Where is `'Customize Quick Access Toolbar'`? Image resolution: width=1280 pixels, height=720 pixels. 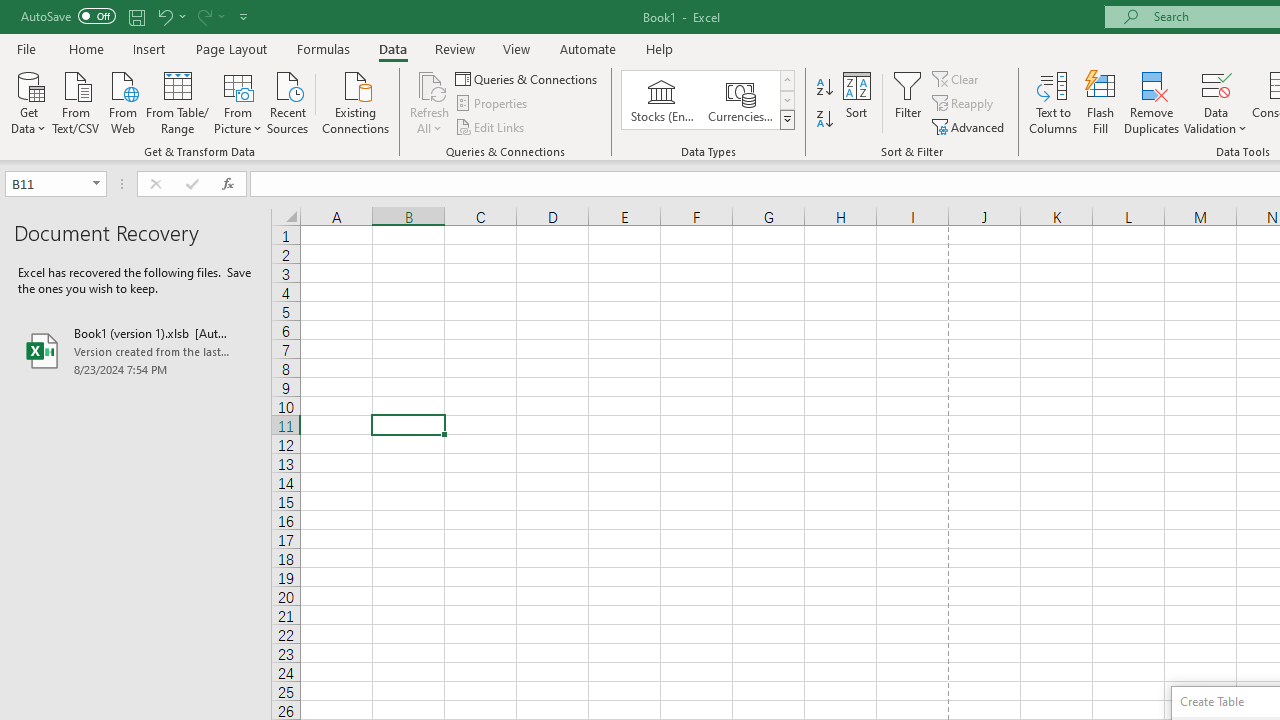
'Customize Quick Access Toolbar' is located at coordinates (243, 16).